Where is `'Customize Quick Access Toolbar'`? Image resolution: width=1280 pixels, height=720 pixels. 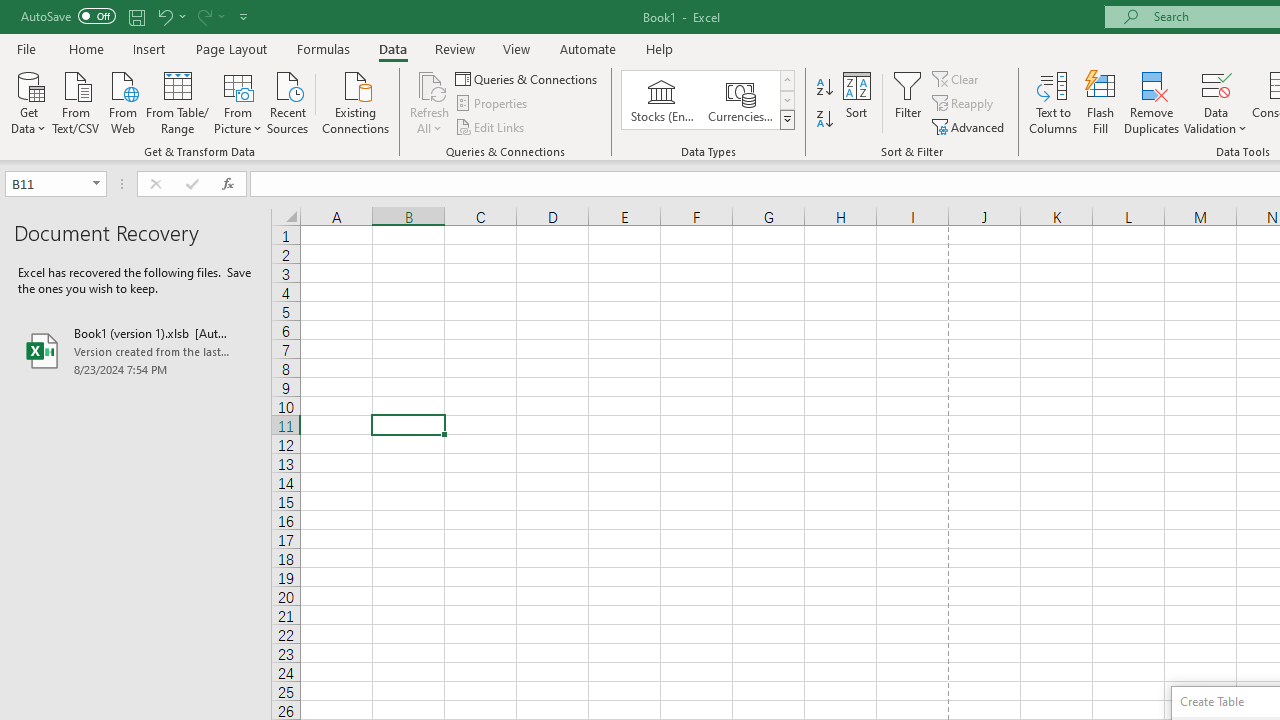
'Customize Quick Access Toolbar' is located at coordinates (243, 16).